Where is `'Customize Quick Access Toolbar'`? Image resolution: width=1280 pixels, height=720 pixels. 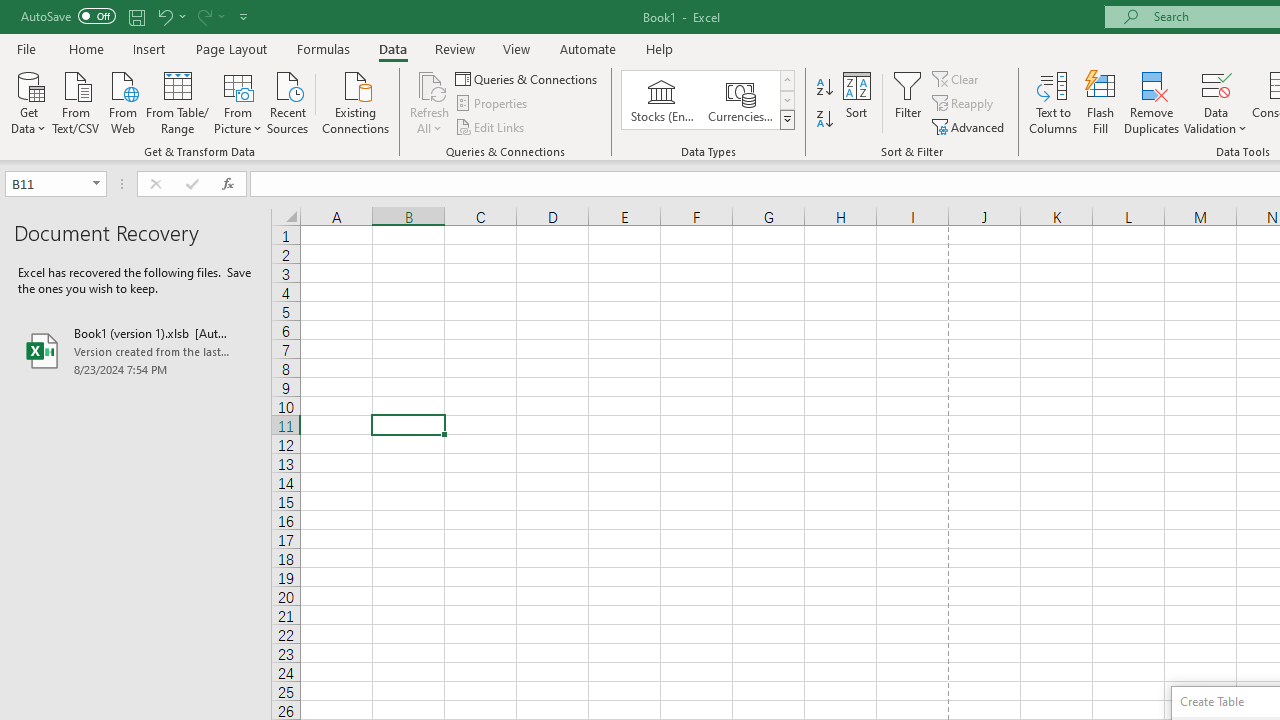
'Customize Quick Access Toolbar' is located at coordinates (243, 16).